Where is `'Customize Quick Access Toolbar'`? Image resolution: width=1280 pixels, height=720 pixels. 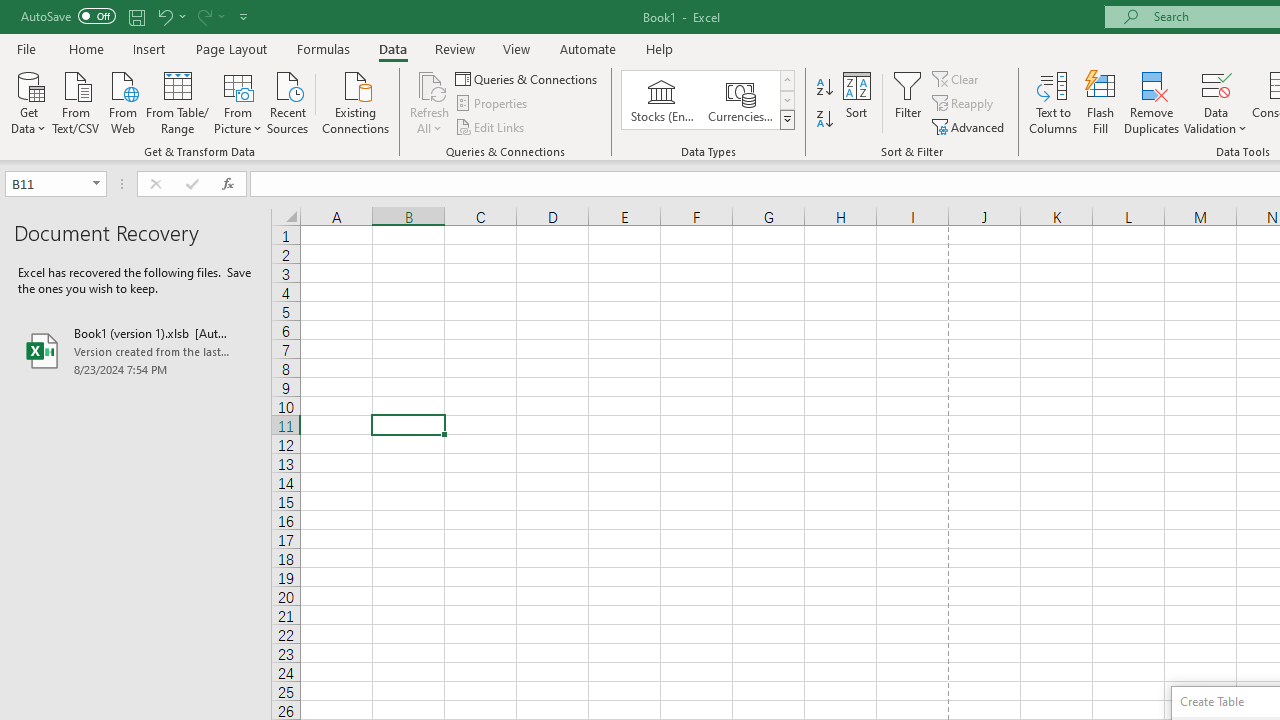
'Customize Quick Access Toolbar' is located at coordinates (243, 16).